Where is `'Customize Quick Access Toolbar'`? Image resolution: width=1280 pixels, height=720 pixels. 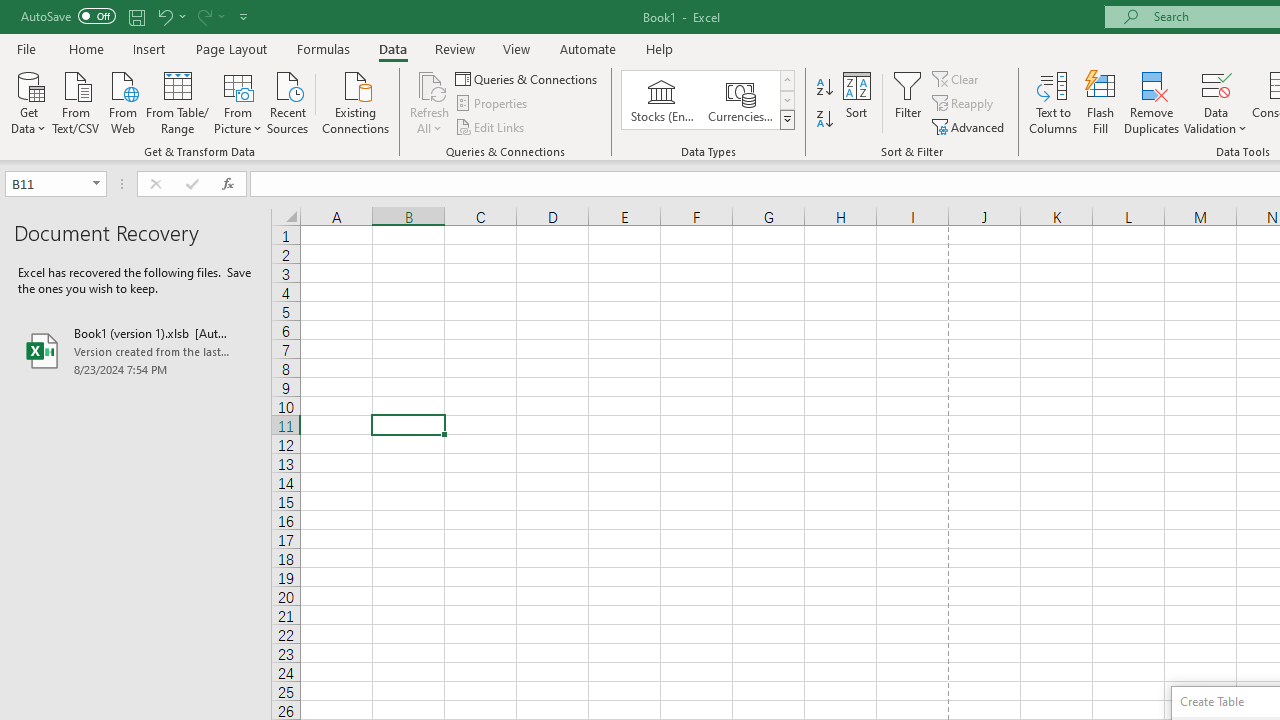
'Customize Quick Access Toolbar' is located at coordinates (243, 16).